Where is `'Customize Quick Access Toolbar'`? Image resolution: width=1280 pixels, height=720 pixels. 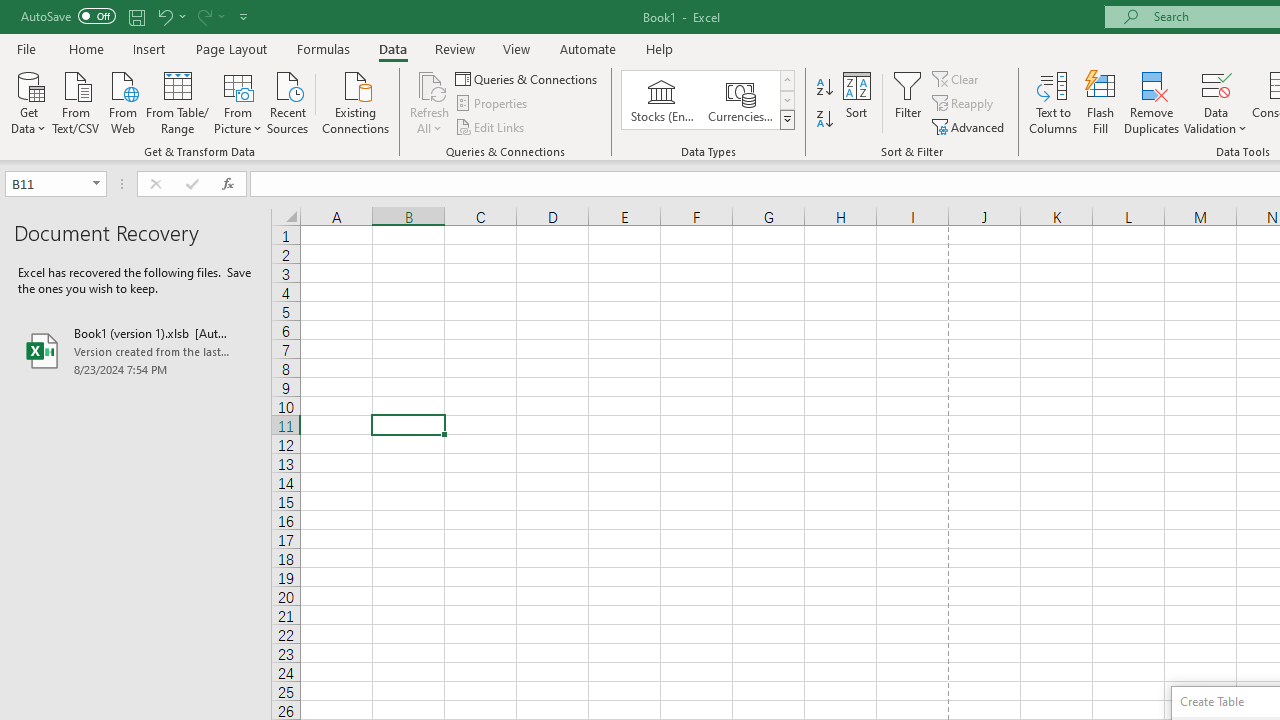
'Customize Quick Access Toolbar' is located at coordinates (243, 16).